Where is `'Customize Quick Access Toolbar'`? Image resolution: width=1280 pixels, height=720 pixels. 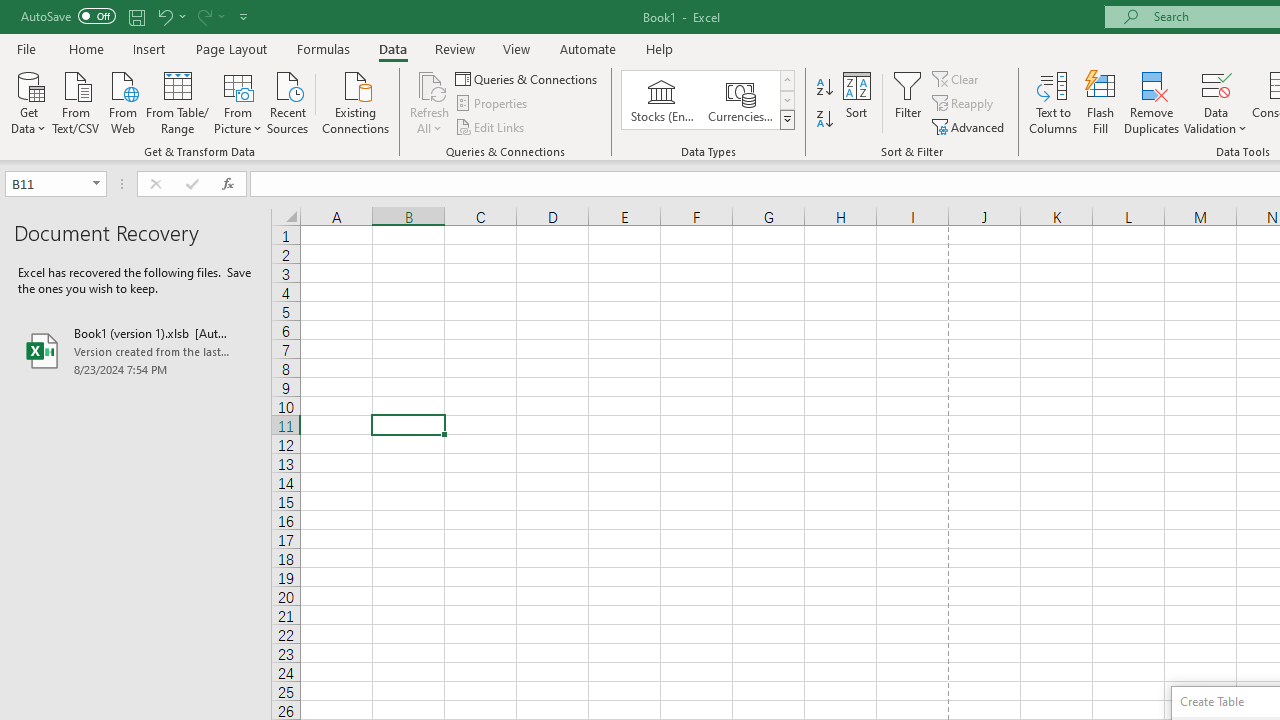
'Customize Quick Access Toolbar' is located at coordinates (243, 16).